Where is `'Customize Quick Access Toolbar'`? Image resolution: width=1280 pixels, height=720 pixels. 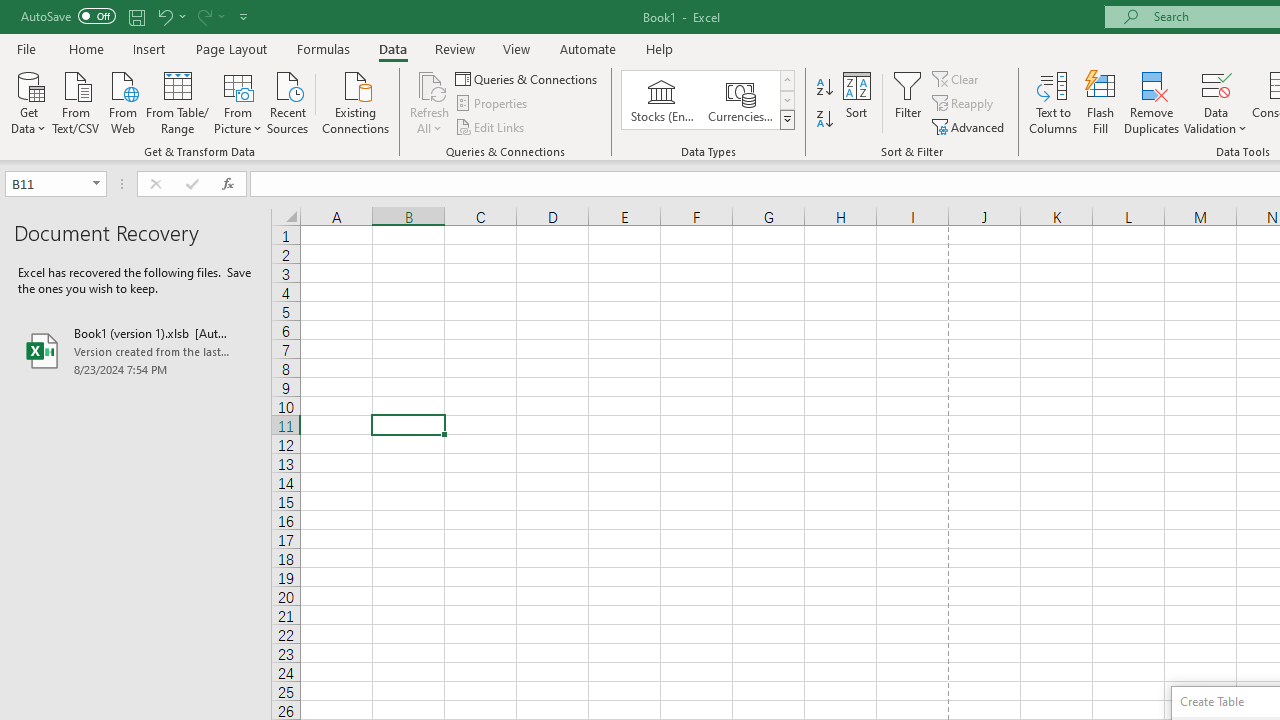
'Customize Quick Access Toolbar' is located at coordinates (243, 16).